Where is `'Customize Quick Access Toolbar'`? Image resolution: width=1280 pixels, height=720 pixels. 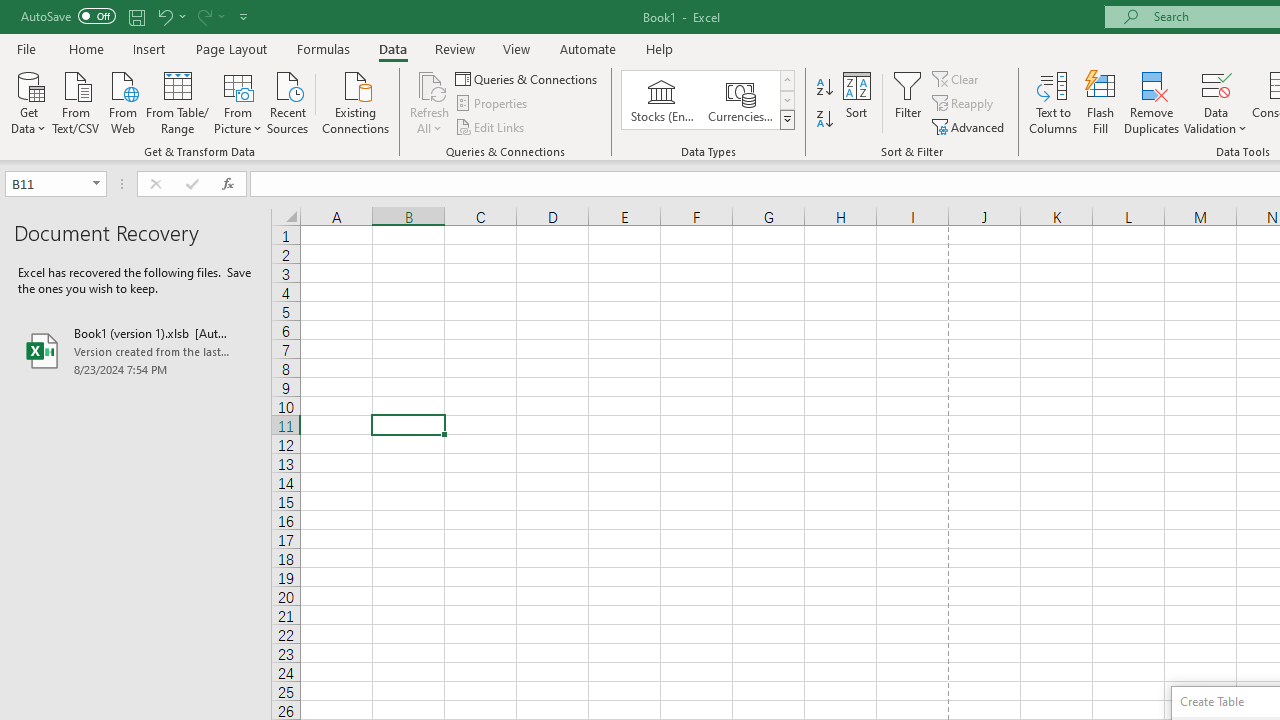
'Customize Quick Access Toolbar' is located at coordinates (243, 16).